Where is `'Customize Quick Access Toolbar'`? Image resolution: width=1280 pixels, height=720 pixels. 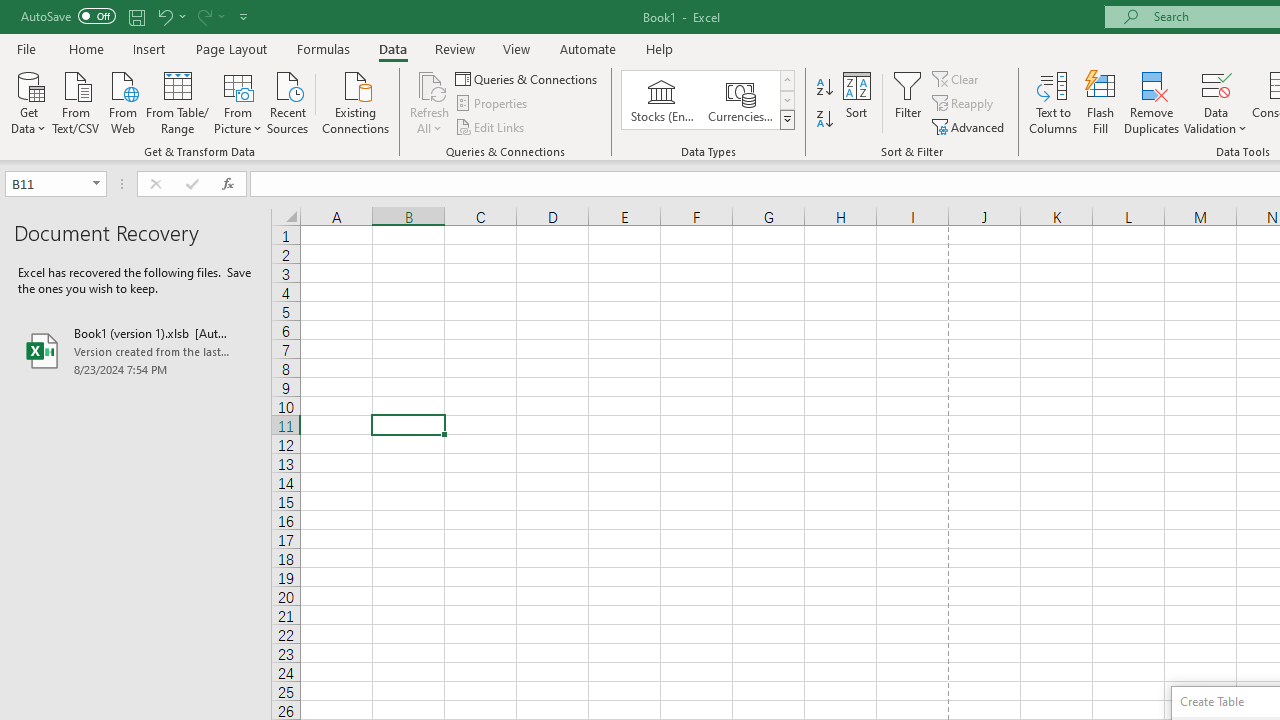
'Customize Quick Access Toolbar' is located at coordinates (243, 16).